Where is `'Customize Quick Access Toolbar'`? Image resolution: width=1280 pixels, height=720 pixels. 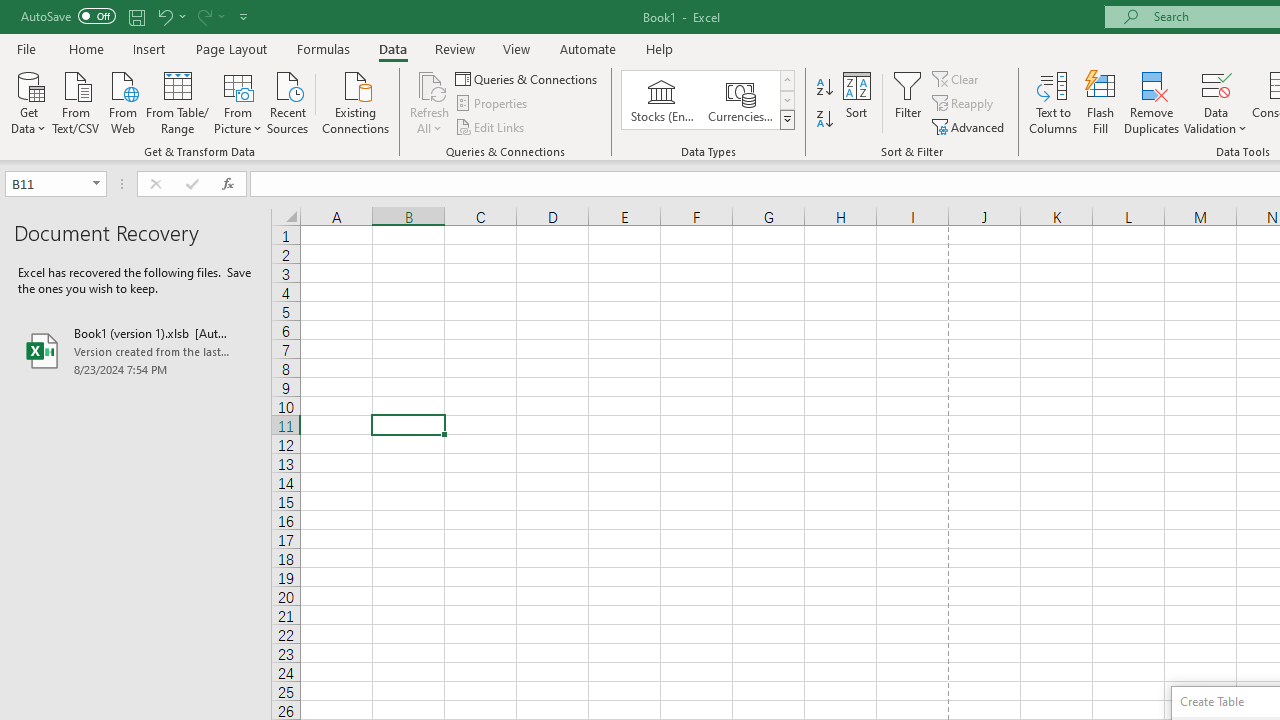
'Customize Quick Access Toolbar' is located at coordinates (243, 16).